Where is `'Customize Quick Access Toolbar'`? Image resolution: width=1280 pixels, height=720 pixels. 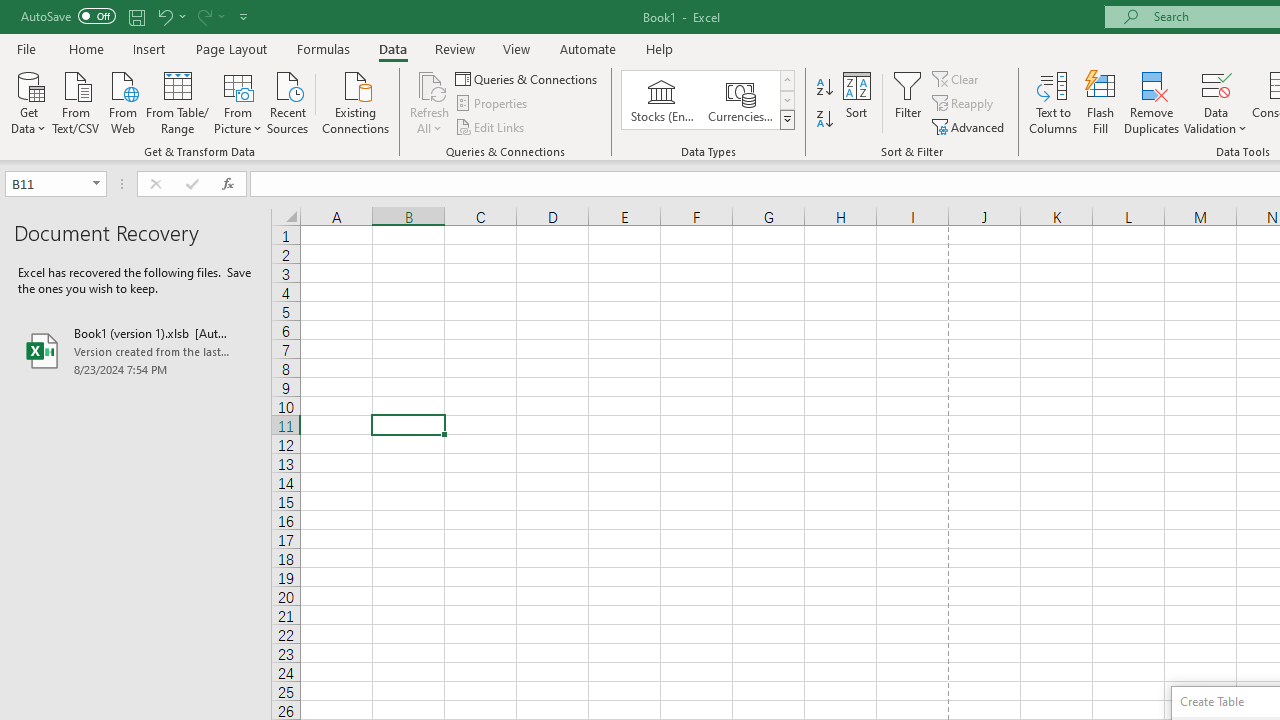
'Customize Quick Access Toolbar' is located at coordinates (243, 16).